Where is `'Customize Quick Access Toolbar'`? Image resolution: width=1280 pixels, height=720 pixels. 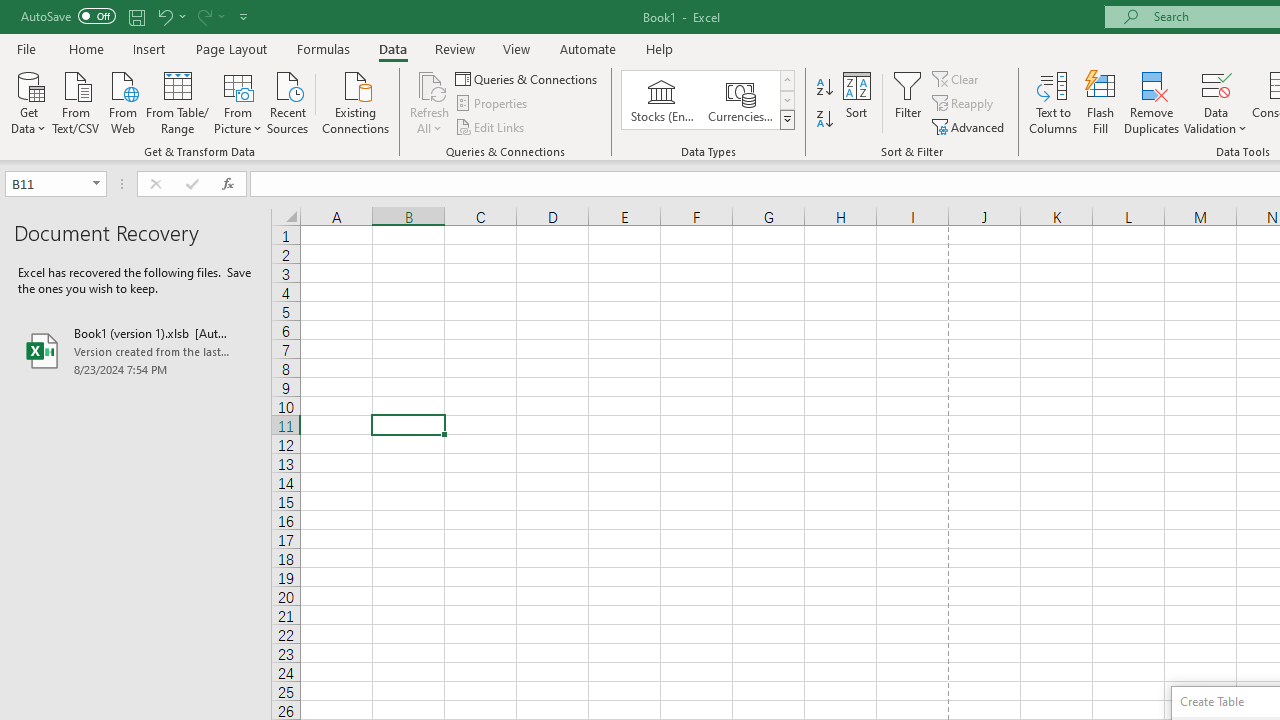
'Customize Quick Access Toolbar' is located at coordinates (243, 16).